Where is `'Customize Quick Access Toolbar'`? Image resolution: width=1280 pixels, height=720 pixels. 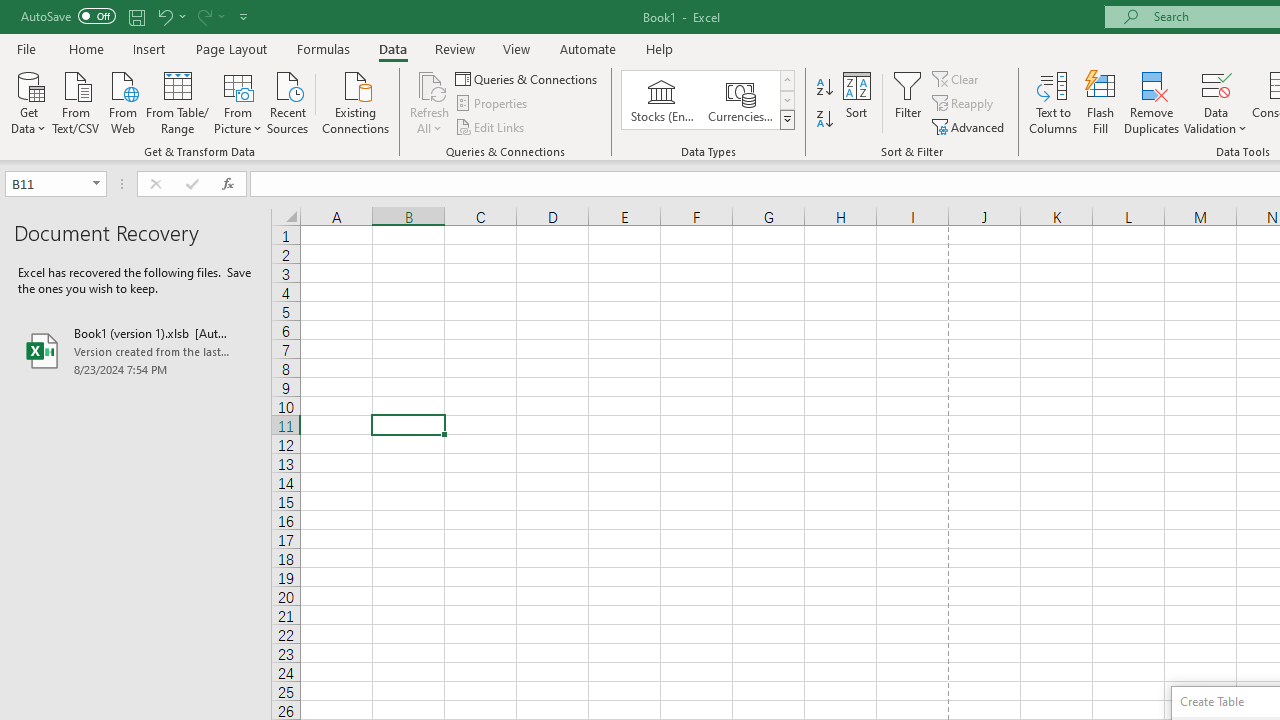
'Customize Quick Access Toolbar' is located at coordinates (243, 16).